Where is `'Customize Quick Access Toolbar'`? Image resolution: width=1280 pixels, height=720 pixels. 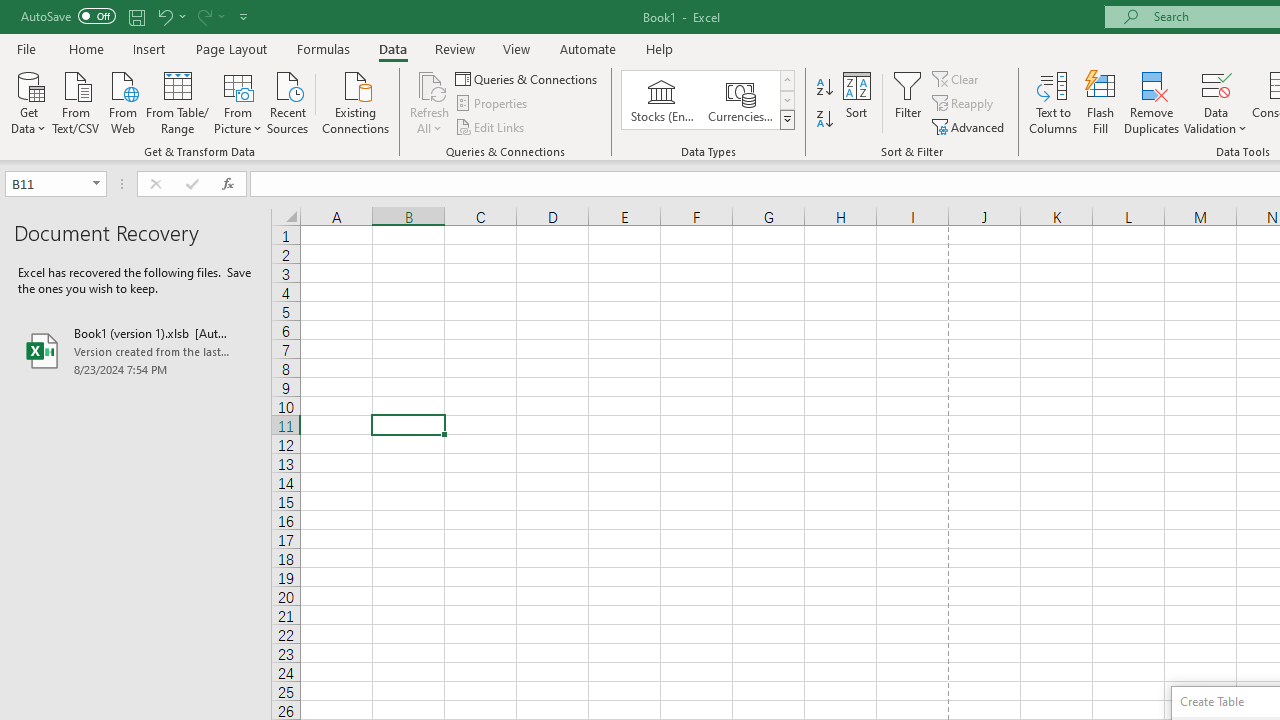
'Customize Quick Access Toolbar' is located at coordinates (243, 16).